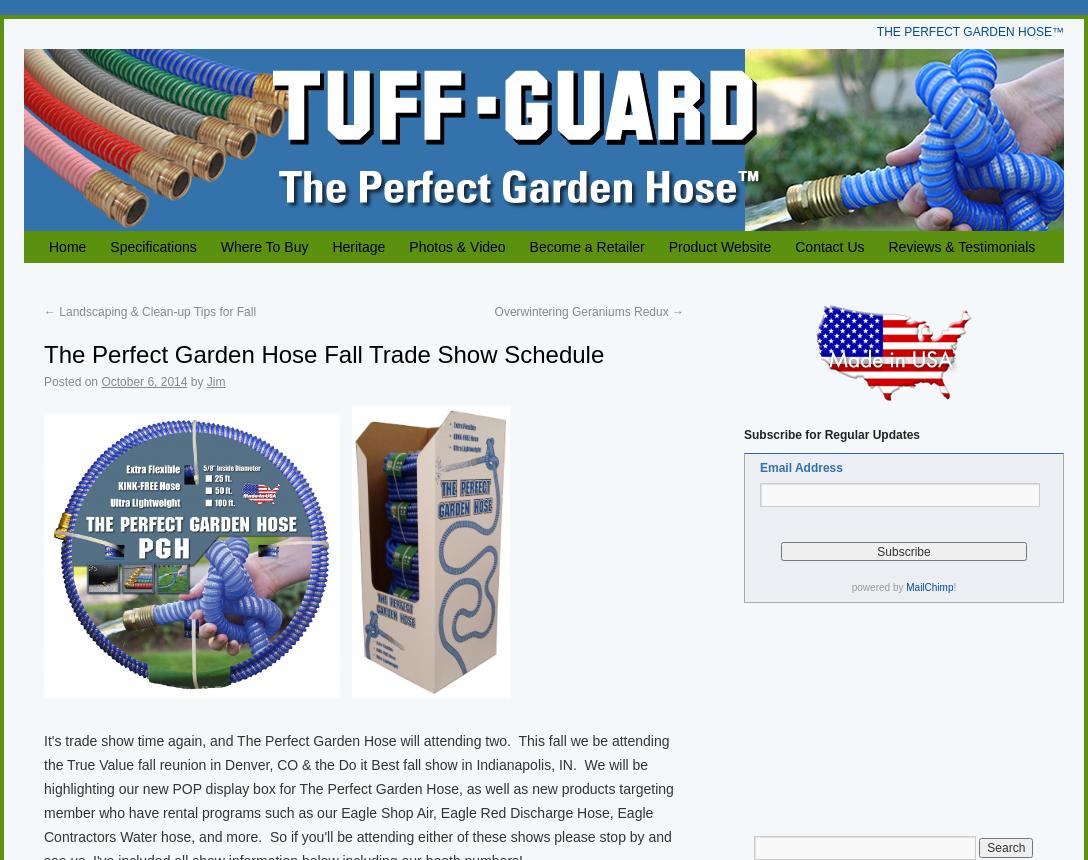 The width and height of the screenshot is (1088, 860). I want to click on 'Overwintering Geraniums Redux', so click(582, 311).